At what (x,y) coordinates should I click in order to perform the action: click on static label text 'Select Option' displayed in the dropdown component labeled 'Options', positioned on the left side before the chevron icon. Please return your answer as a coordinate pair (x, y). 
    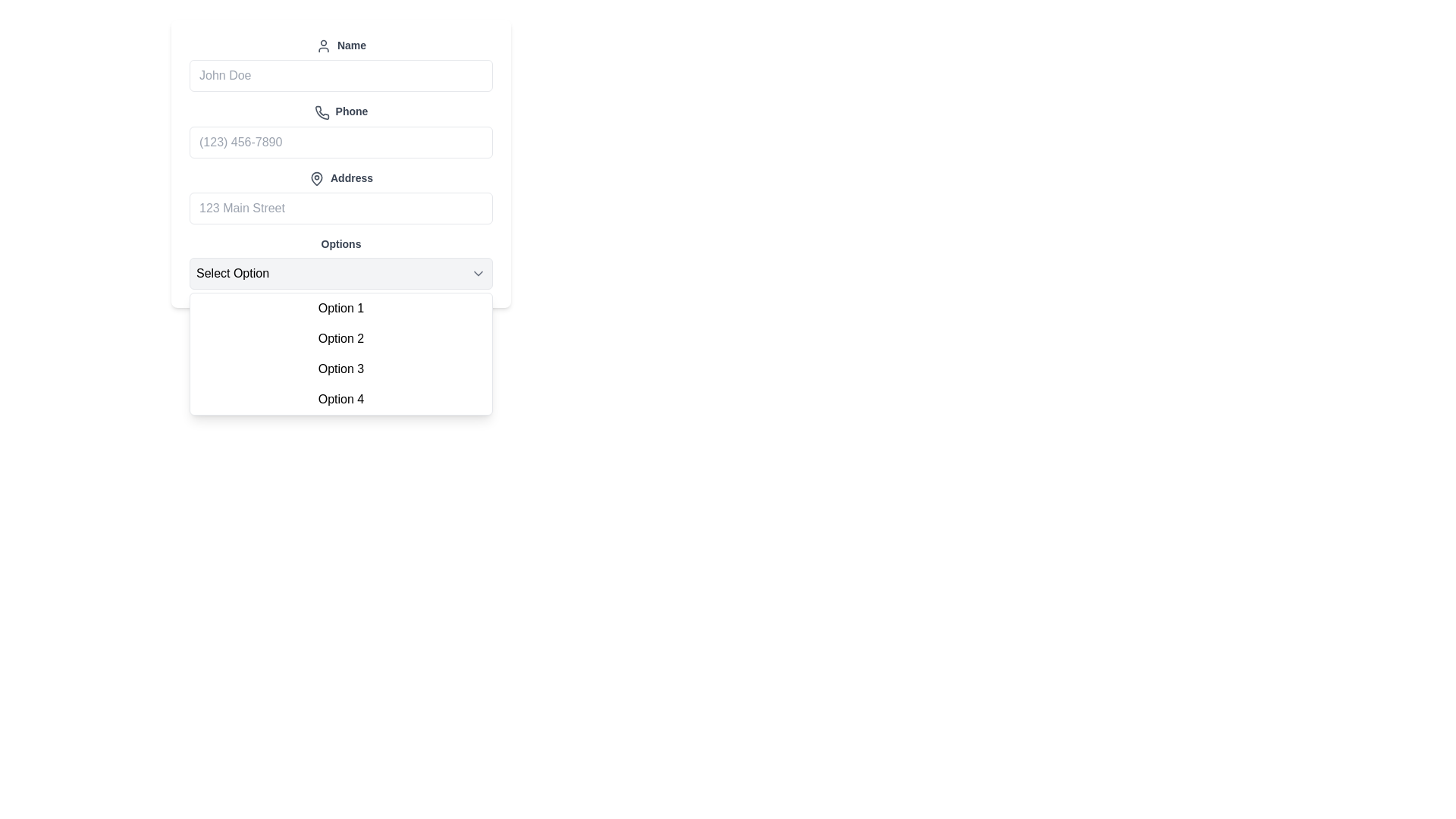
    Looking at the image, I should click on (232, 273).